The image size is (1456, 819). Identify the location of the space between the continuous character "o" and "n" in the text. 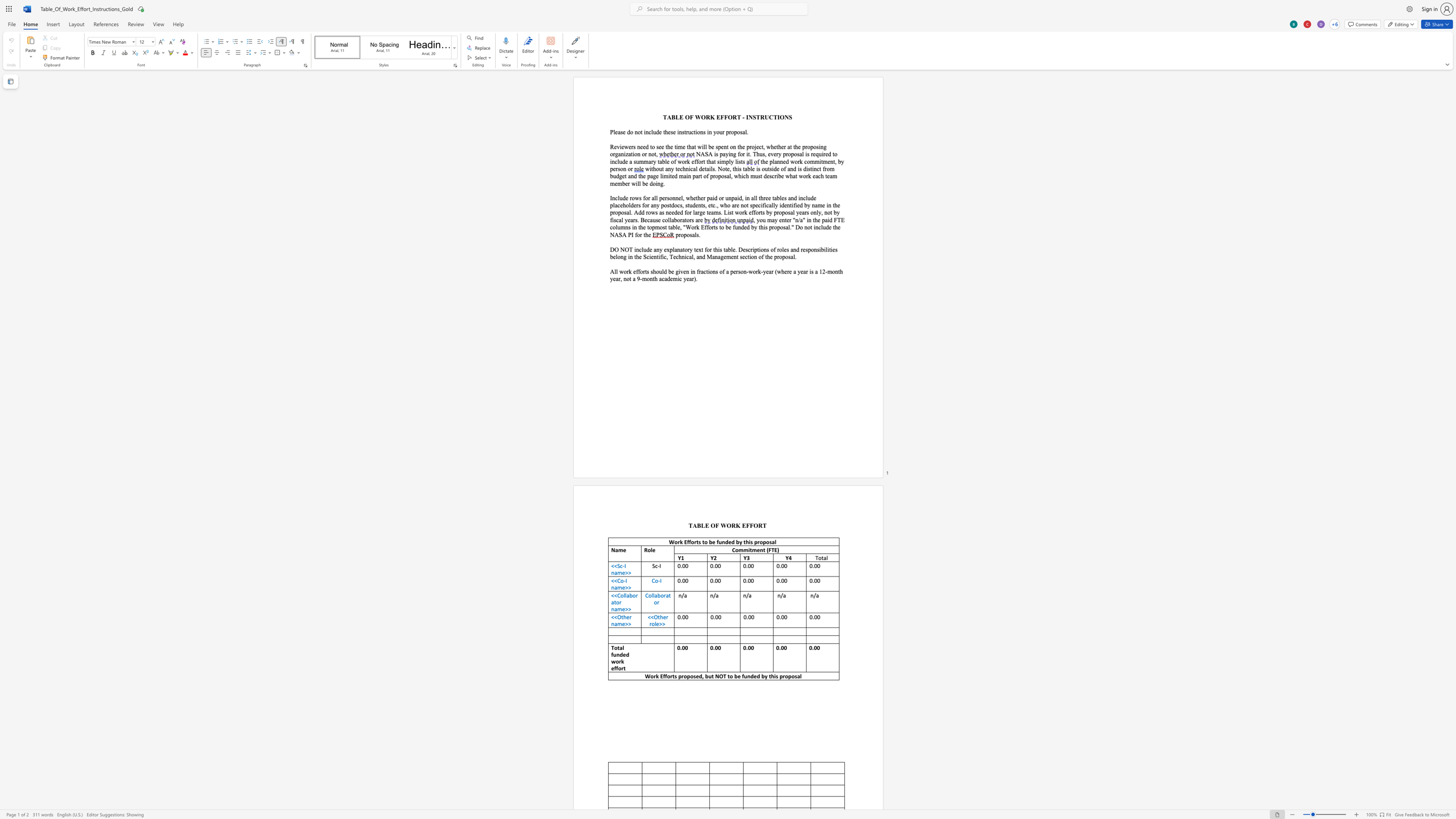
(699, 132).